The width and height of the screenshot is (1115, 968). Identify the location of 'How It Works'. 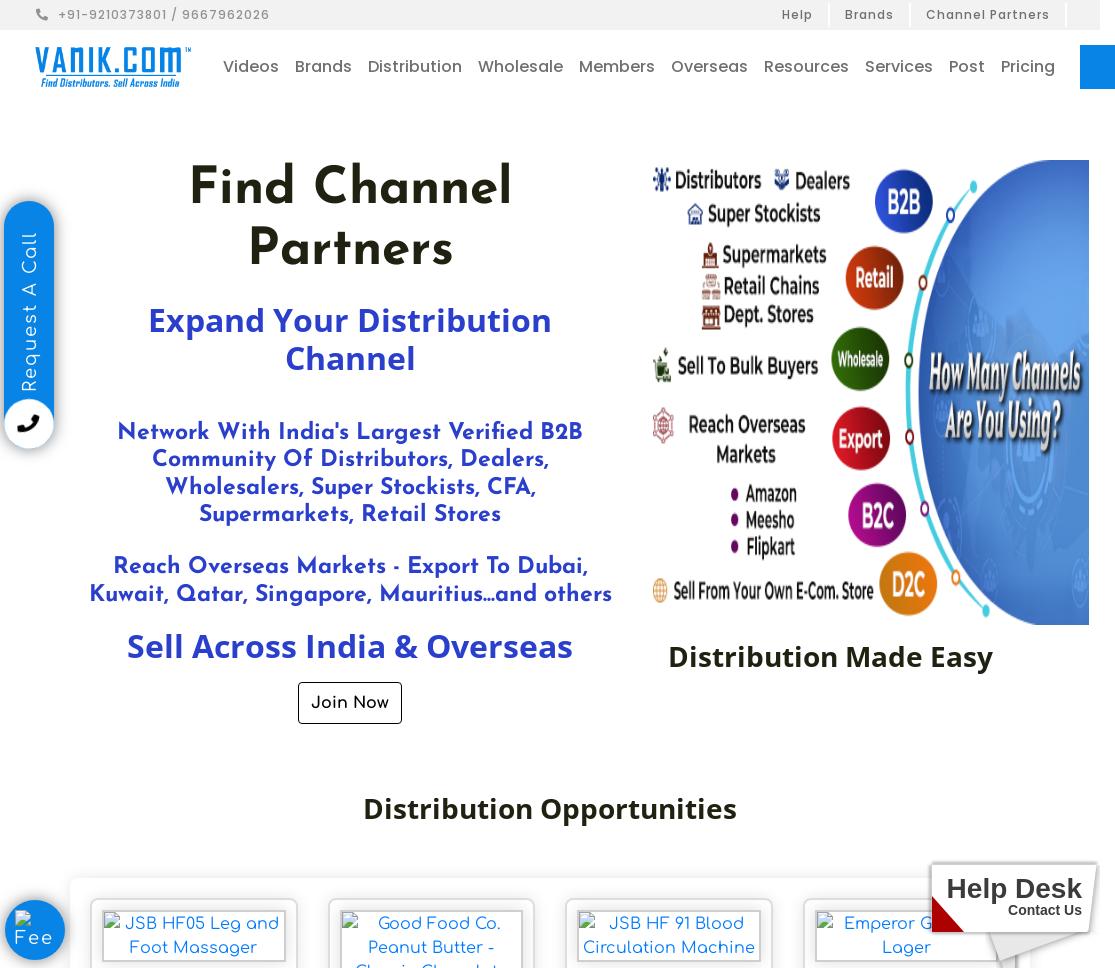
(950, 139).